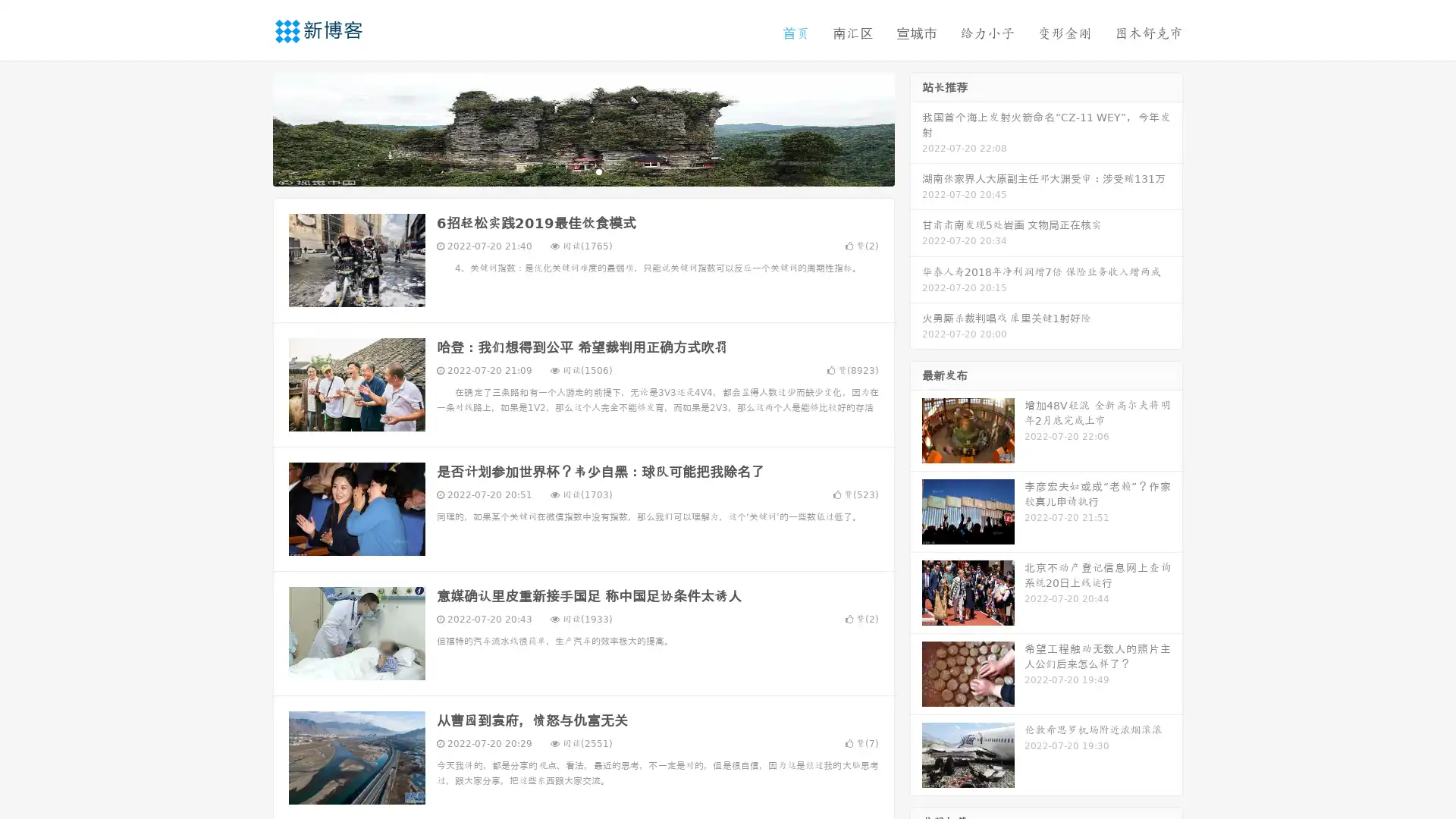 The height and width of the screenshot is (819, 1456). Describe the element at coordinates (916, 127) in the screenshot. I see `Next slide` at that location.